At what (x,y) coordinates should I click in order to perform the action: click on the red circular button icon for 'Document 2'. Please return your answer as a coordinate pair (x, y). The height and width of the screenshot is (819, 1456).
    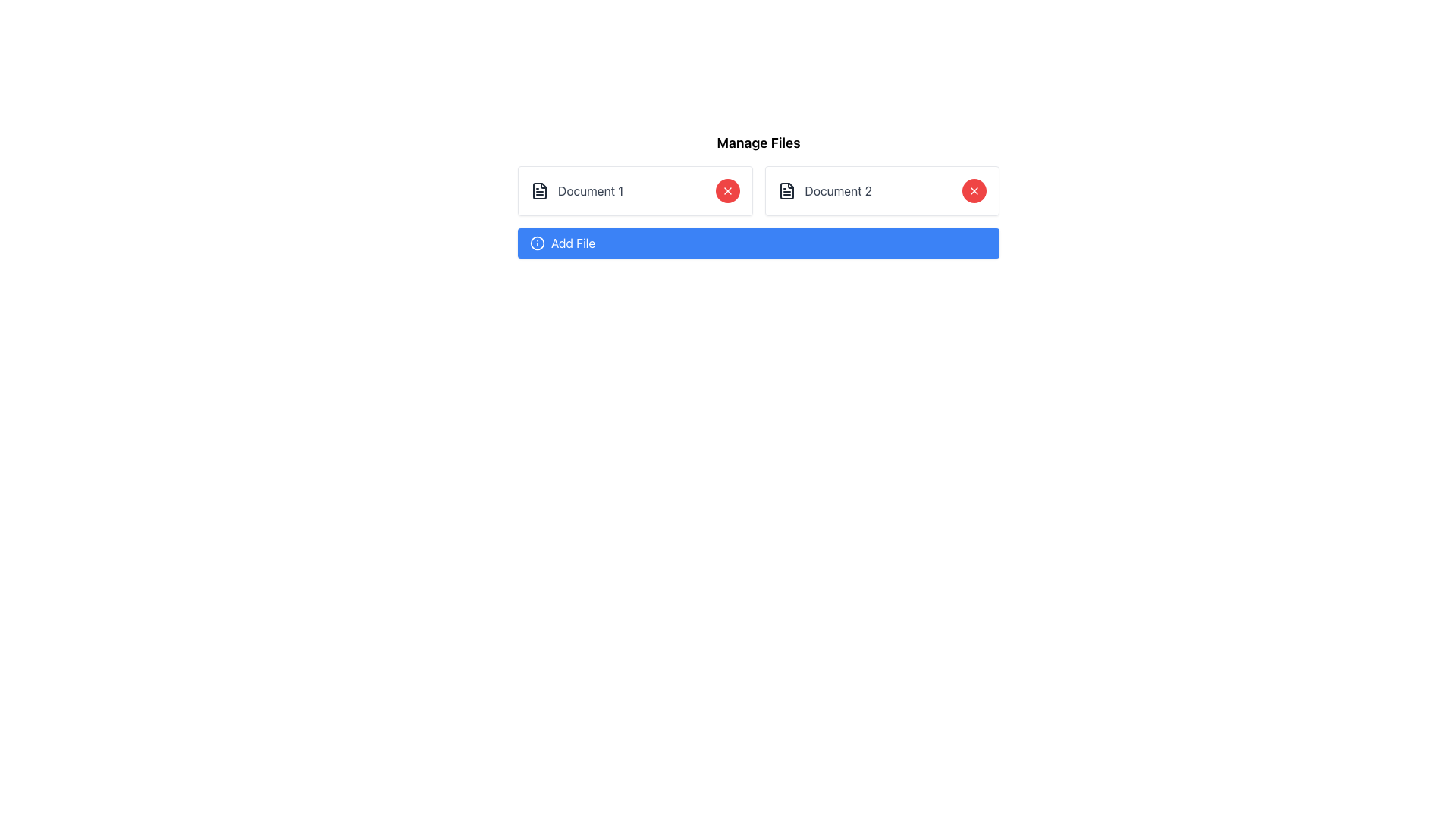
    Looking at the image, I should click on (726, 190).